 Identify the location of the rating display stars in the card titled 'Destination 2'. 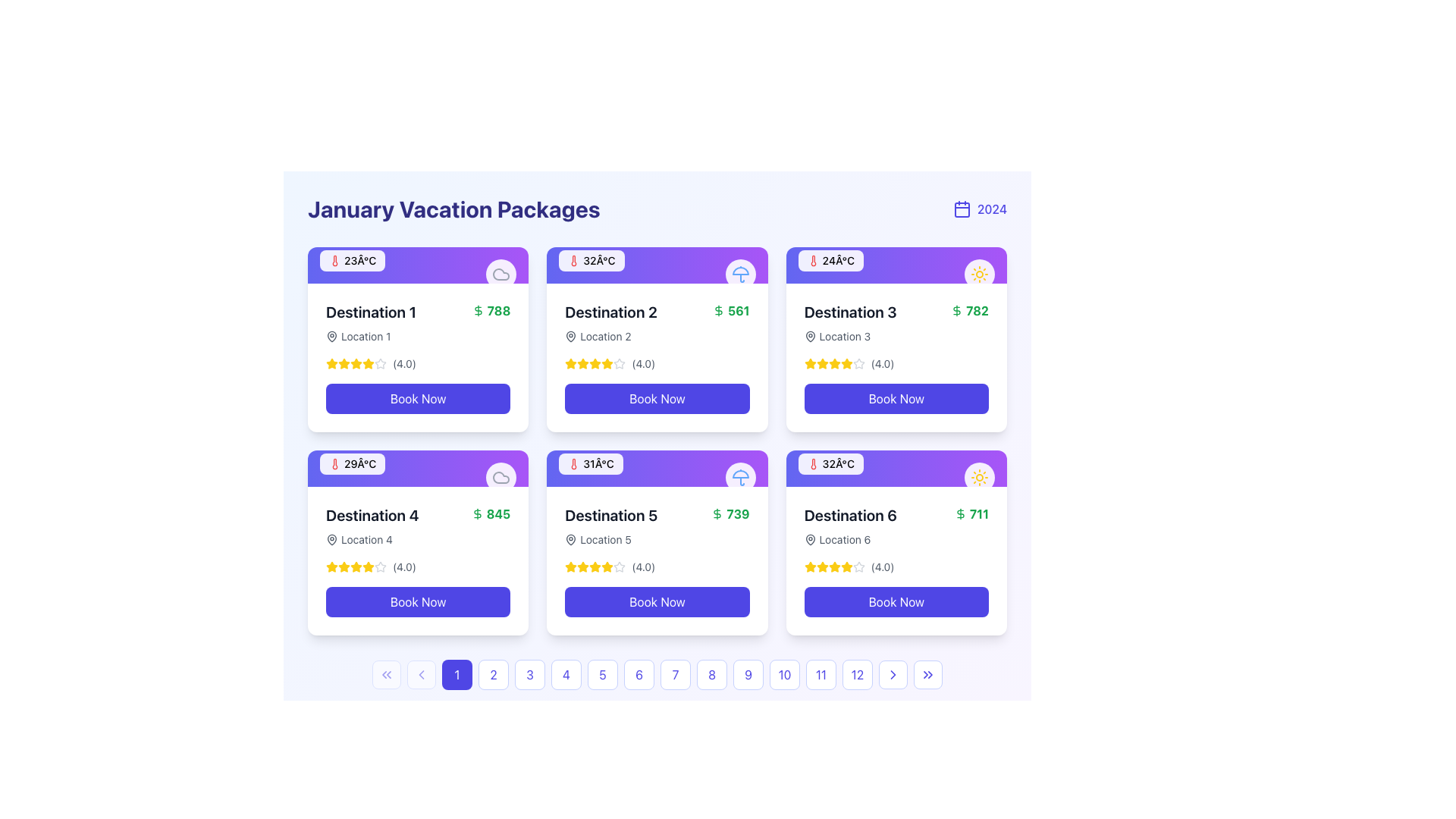
(657, 363).